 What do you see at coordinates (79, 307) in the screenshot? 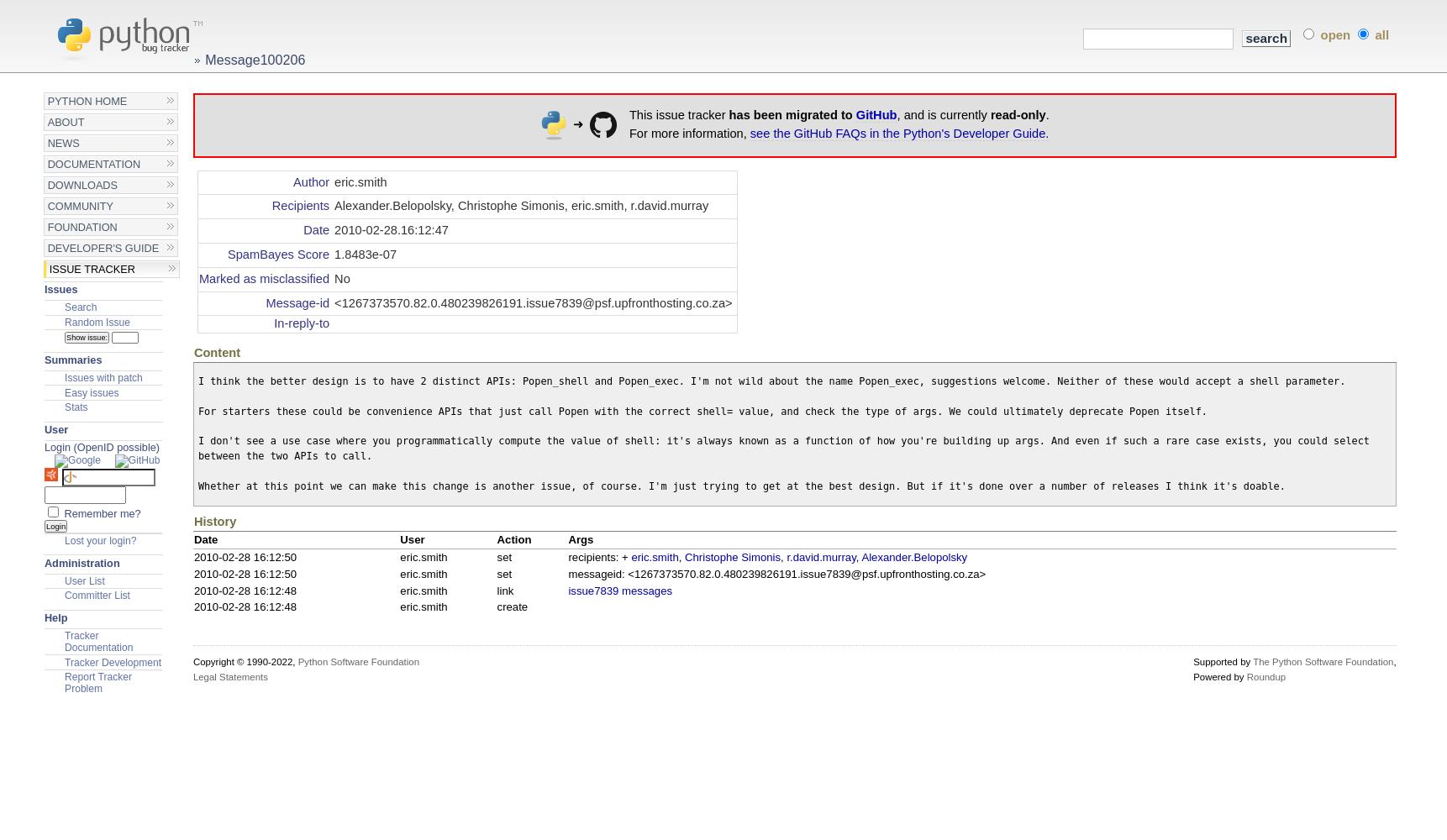
I see `'Search'` at bounding box center [79, 307].